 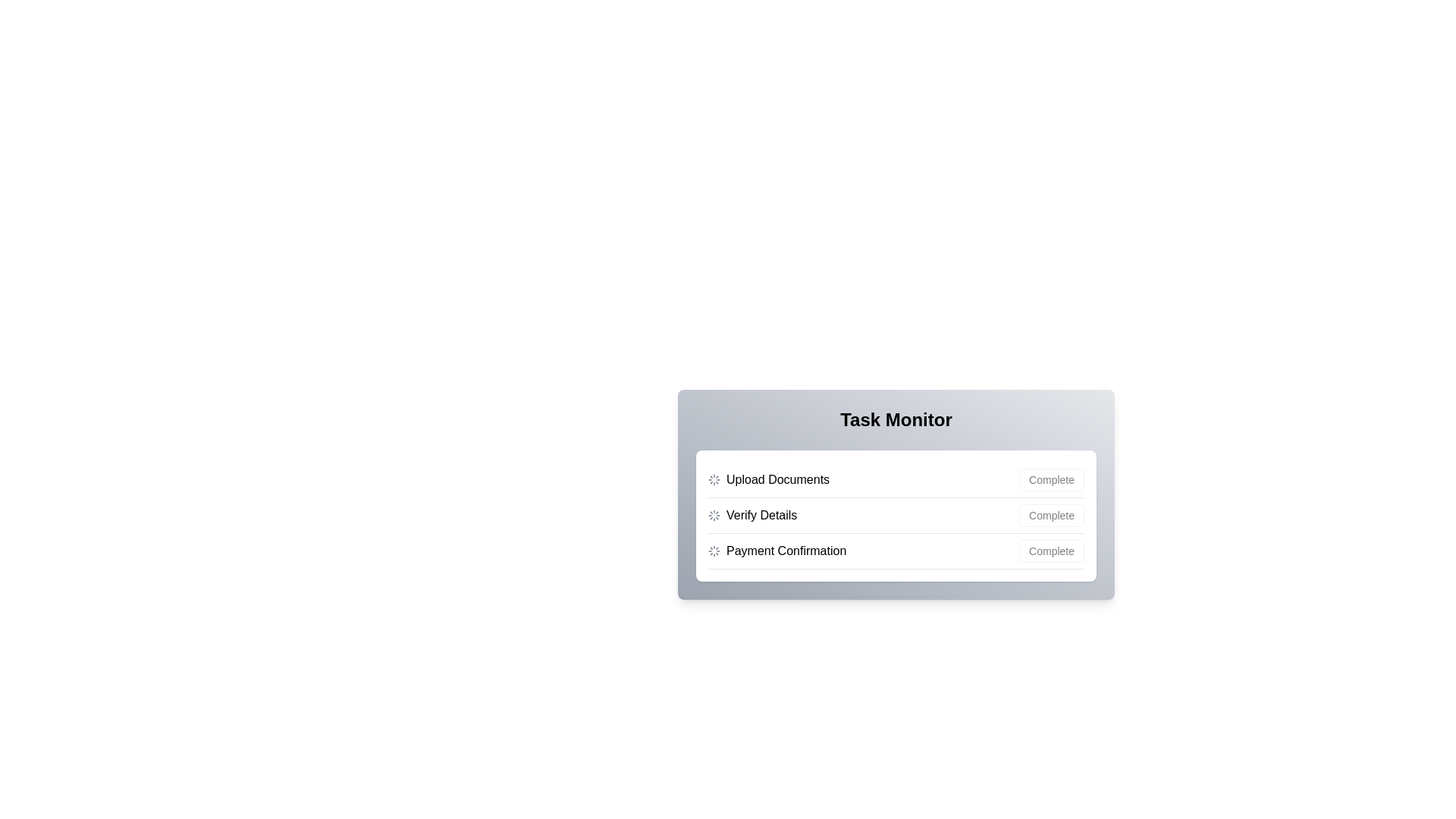 What do you see at coordinates (777, 551) in the screenshot?
I see `the loading indicator of the 'Payment Confirmation' label to understand the task progress` at bounding box center [777, 551].